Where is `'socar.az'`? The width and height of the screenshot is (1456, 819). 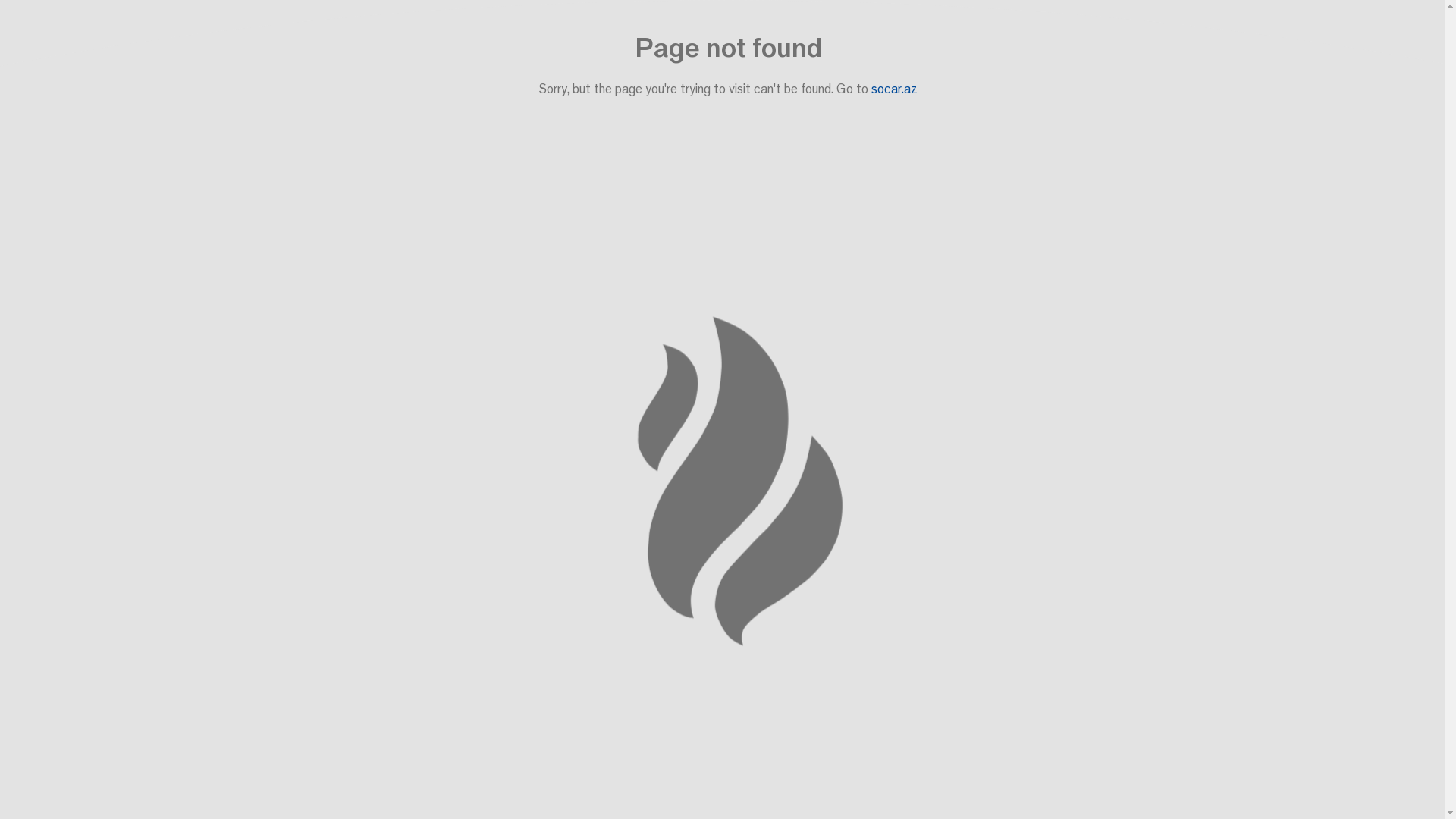 'socar.az' is located at coordinates (870, 88).